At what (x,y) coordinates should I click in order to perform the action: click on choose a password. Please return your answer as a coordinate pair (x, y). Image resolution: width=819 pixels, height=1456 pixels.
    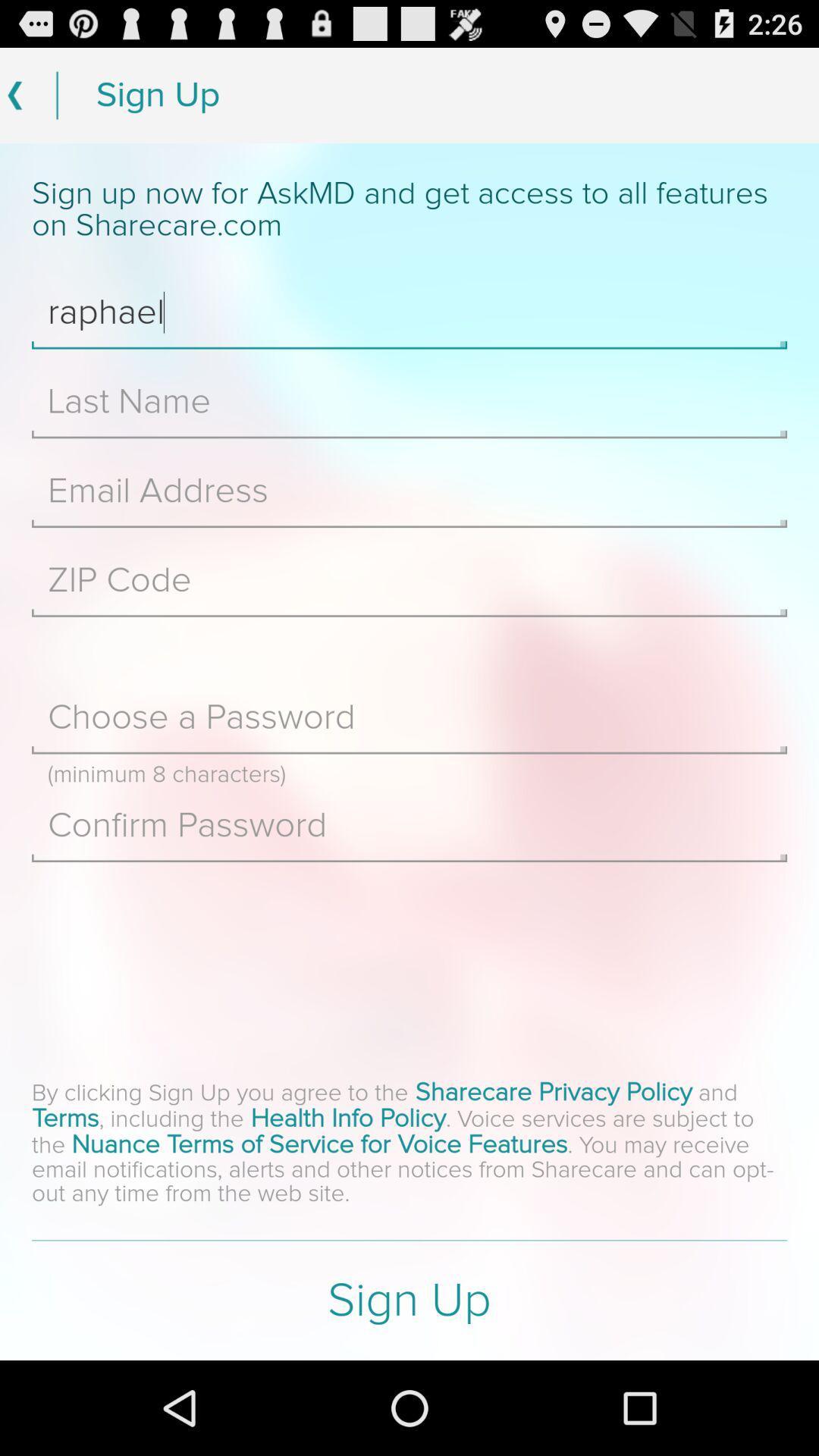
    Looking at the image, I should click on (409, 717).